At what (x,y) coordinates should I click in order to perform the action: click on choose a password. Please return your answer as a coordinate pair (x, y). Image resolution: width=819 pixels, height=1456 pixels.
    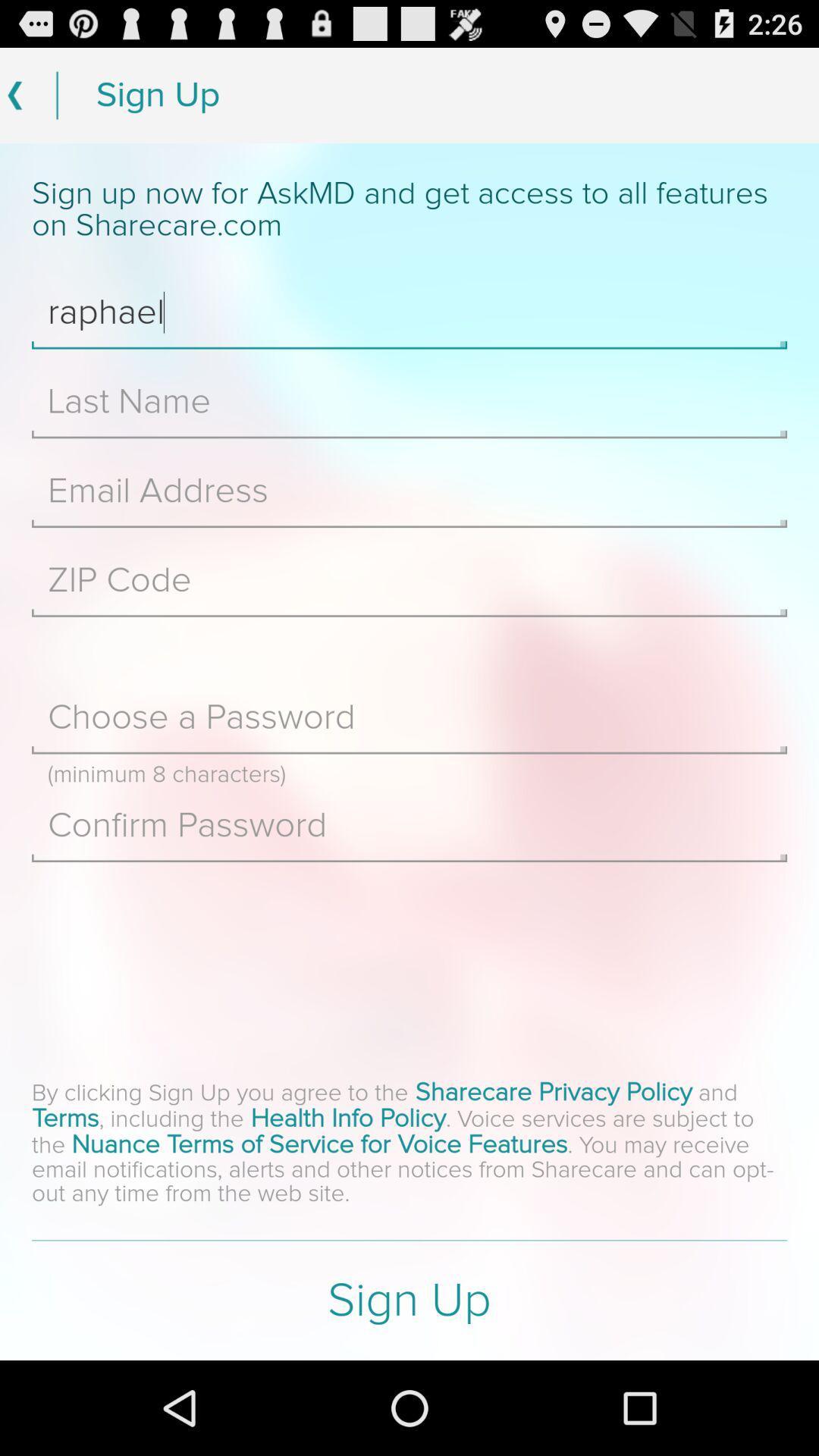
    Looking at the image, I should click on (409, 717).